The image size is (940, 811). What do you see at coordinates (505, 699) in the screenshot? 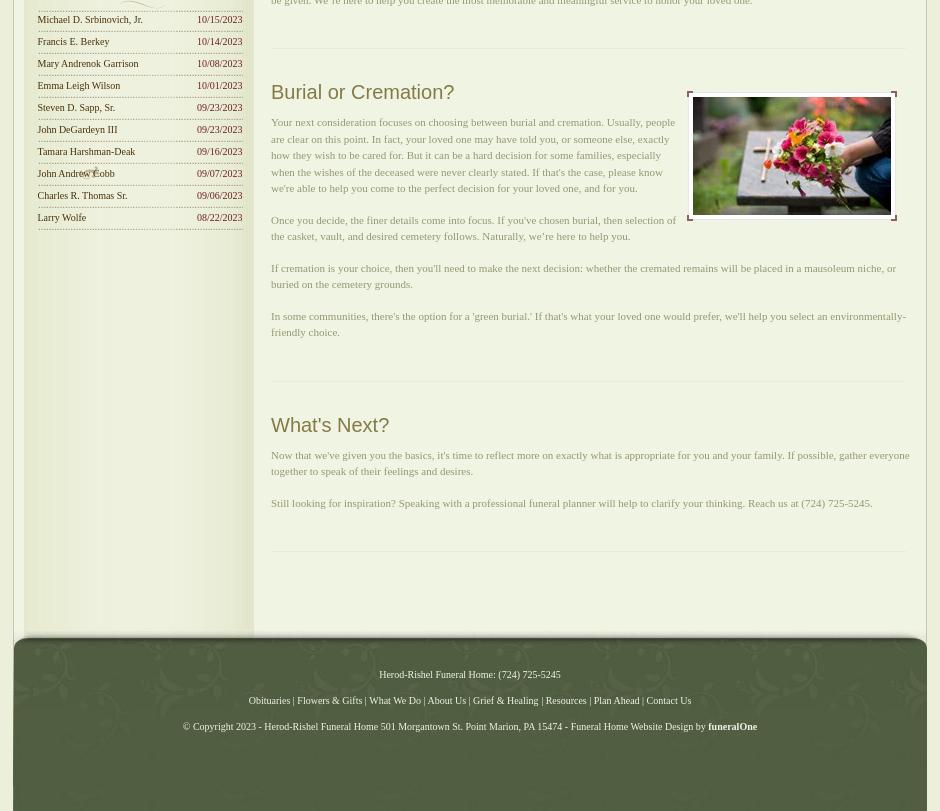
I see `'Grief & Healing'` at bounding box center [505, 699].